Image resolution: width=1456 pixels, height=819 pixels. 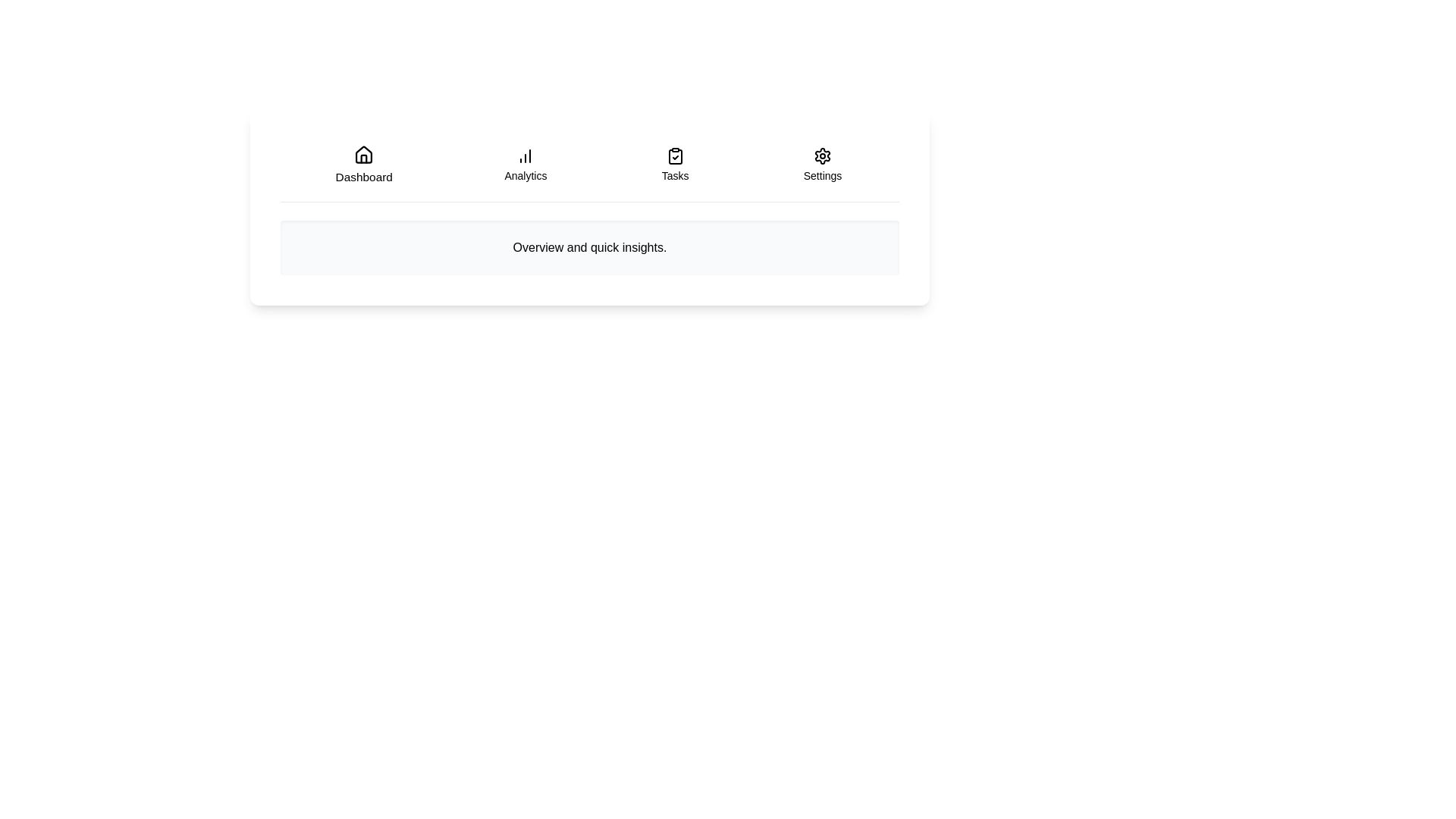 I want to click on the Home icon graphic located in the navigation bar above the 'Dashboard' label, so click(x=362, y=155).